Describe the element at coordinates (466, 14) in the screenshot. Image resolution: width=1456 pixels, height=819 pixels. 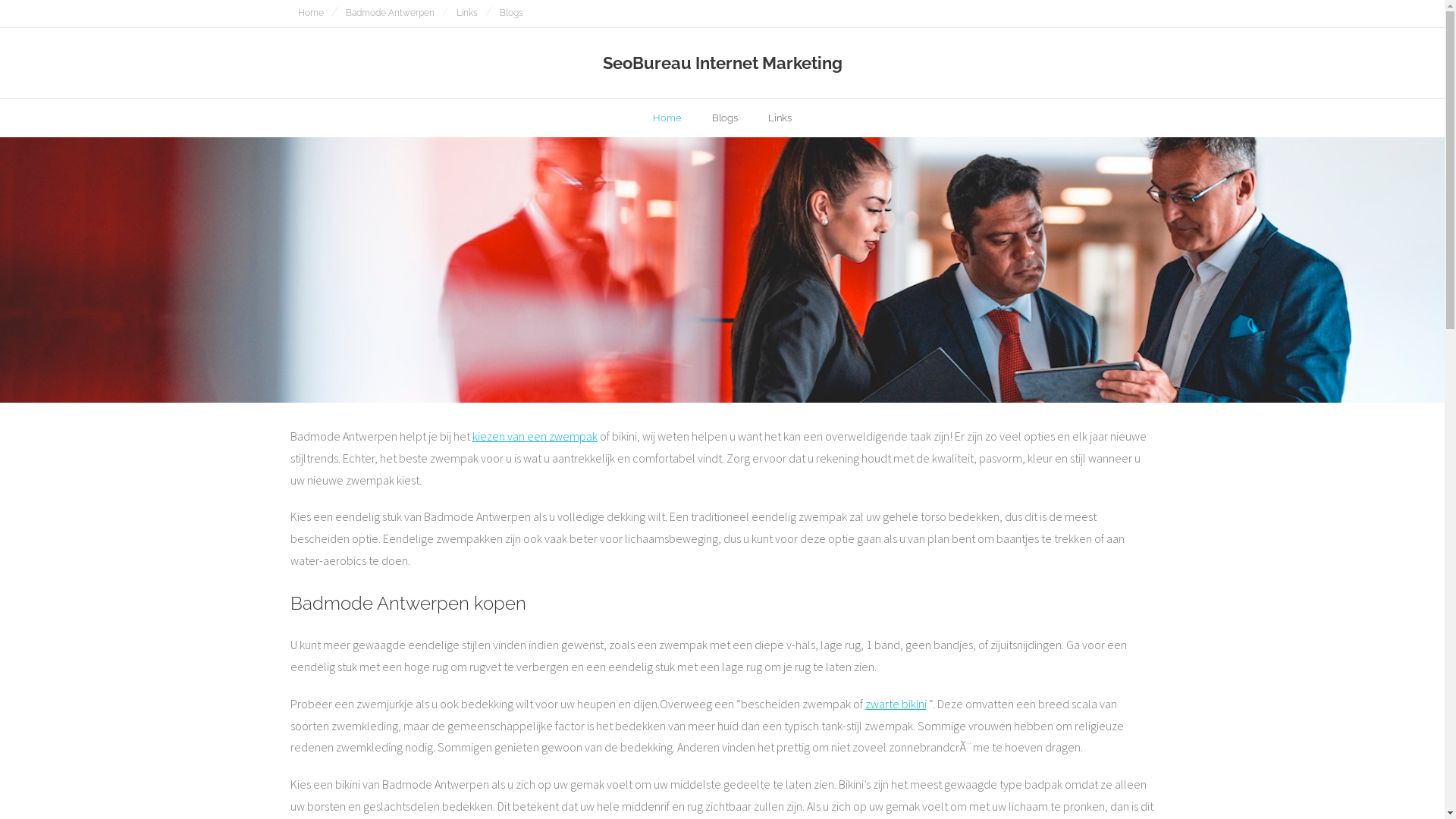
I see `'Links'` at that location.